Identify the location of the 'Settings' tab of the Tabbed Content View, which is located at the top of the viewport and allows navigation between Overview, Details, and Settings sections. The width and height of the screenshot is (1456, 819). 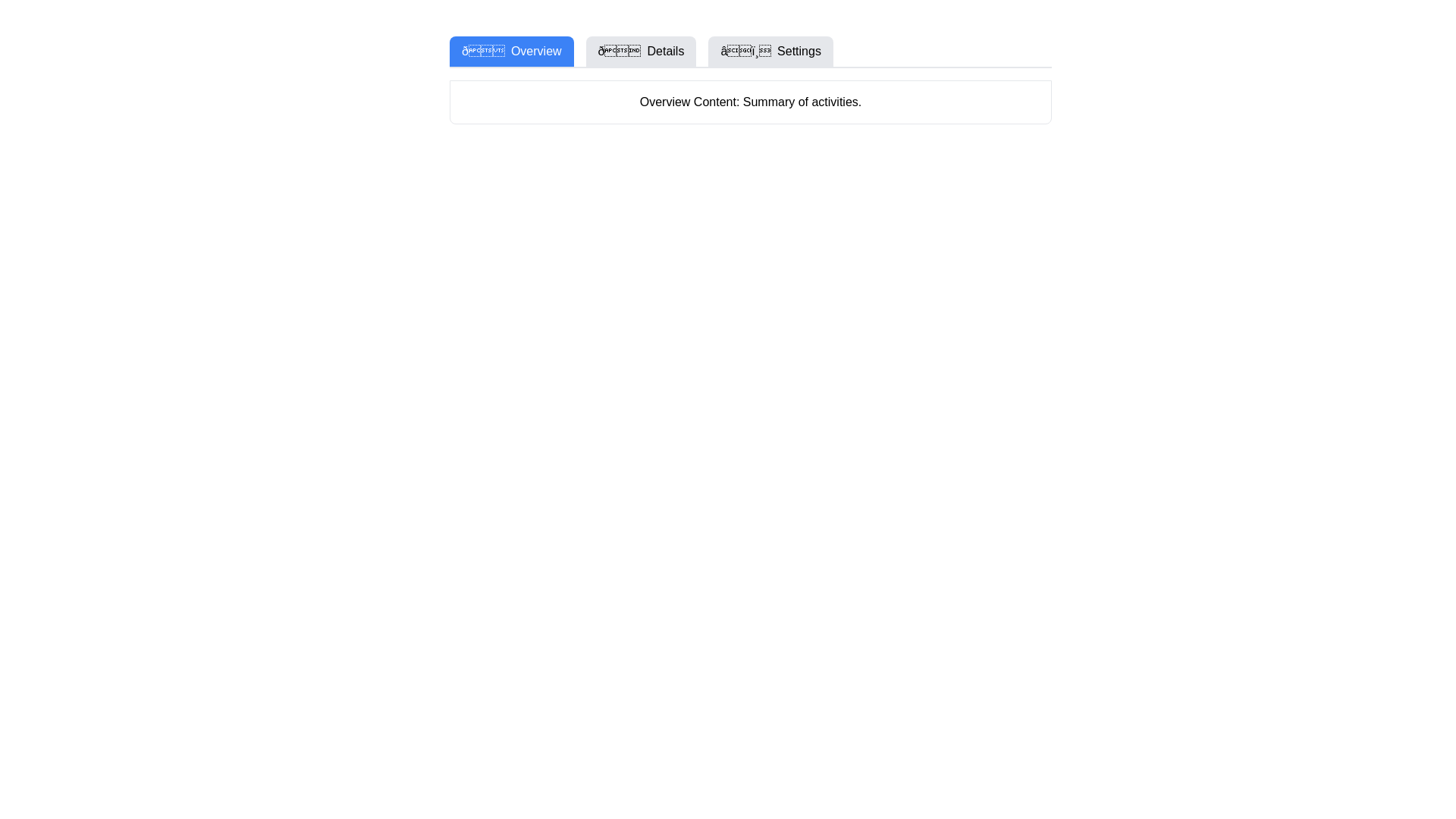
(750, 80).